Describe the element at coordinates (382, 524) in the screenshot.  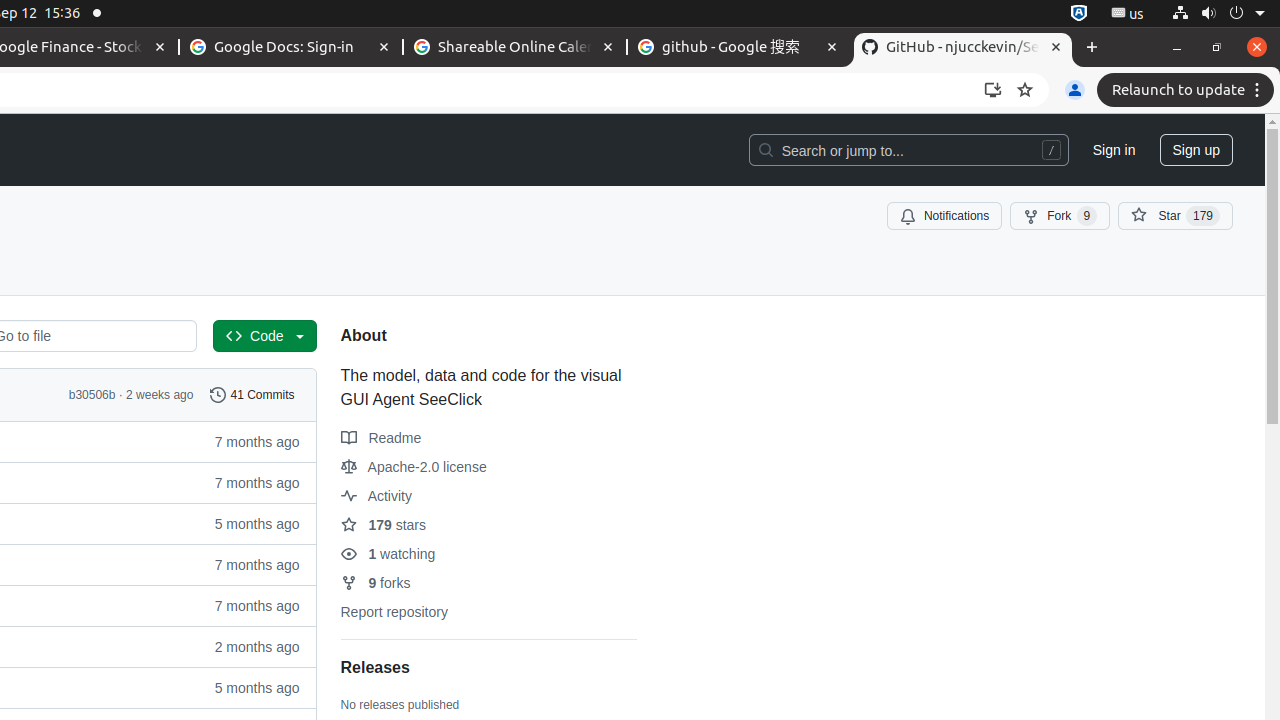
I see `'179 stars'` at that location.